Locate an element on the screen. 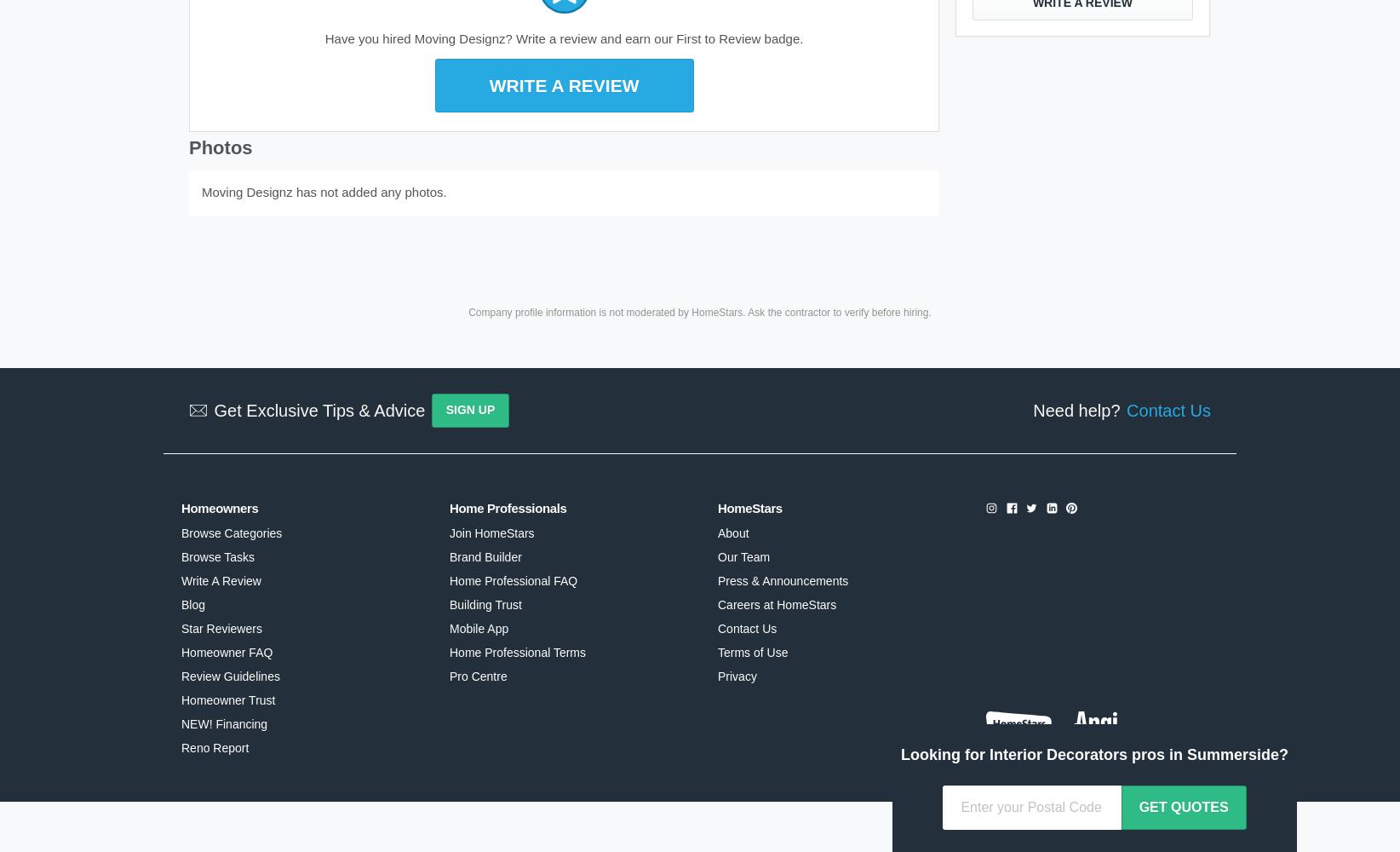 The width and height of the screenshot is (1400, 852). 'Pro Centre' is located at coordinates (477, 676).